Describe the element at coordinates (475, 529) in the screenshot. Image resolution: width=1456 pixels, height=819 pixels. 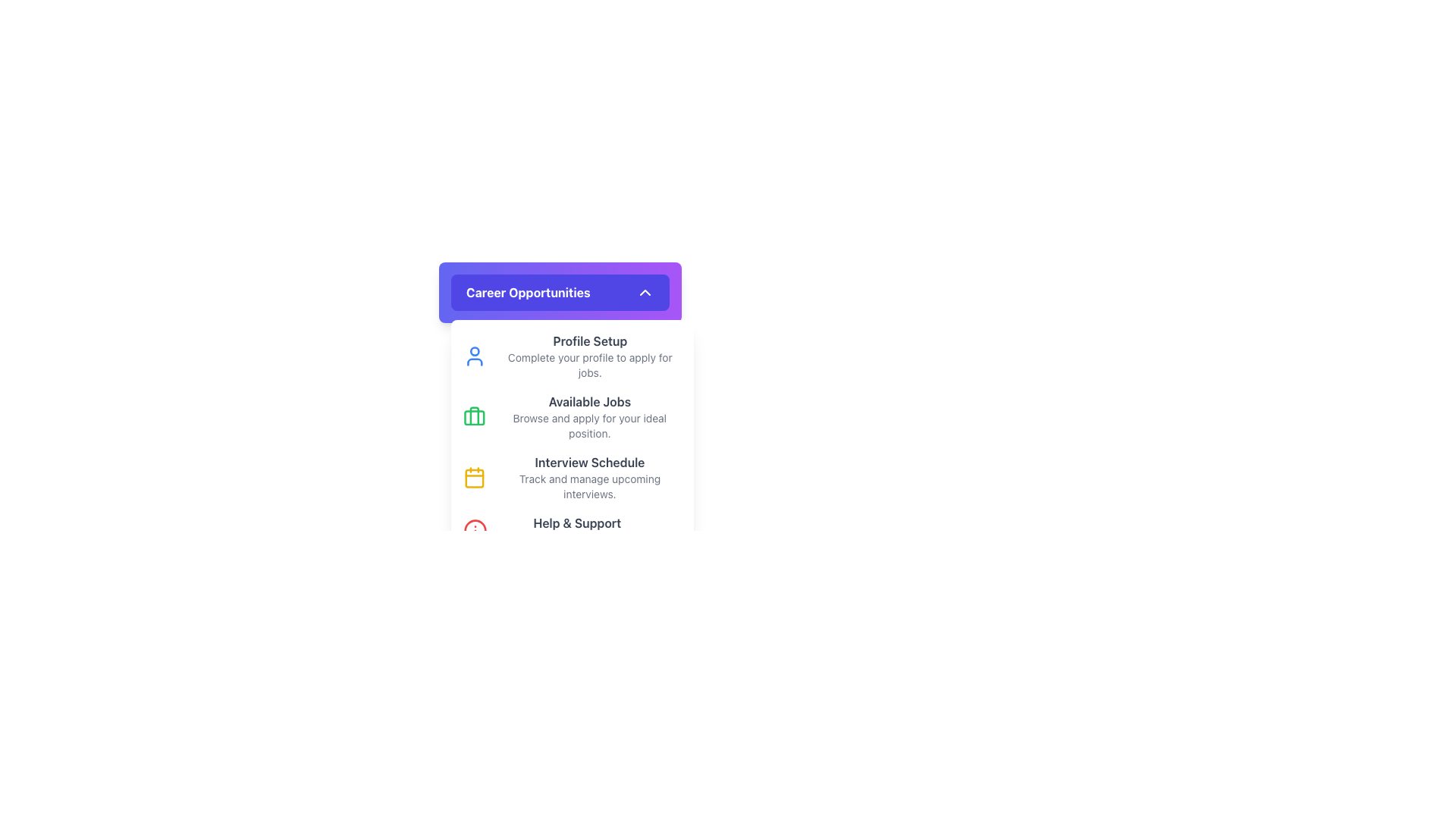
I see `the informational icon located to the immediate left of the 'Help & Support' text under the 'Career Opportunities' header` at that location.